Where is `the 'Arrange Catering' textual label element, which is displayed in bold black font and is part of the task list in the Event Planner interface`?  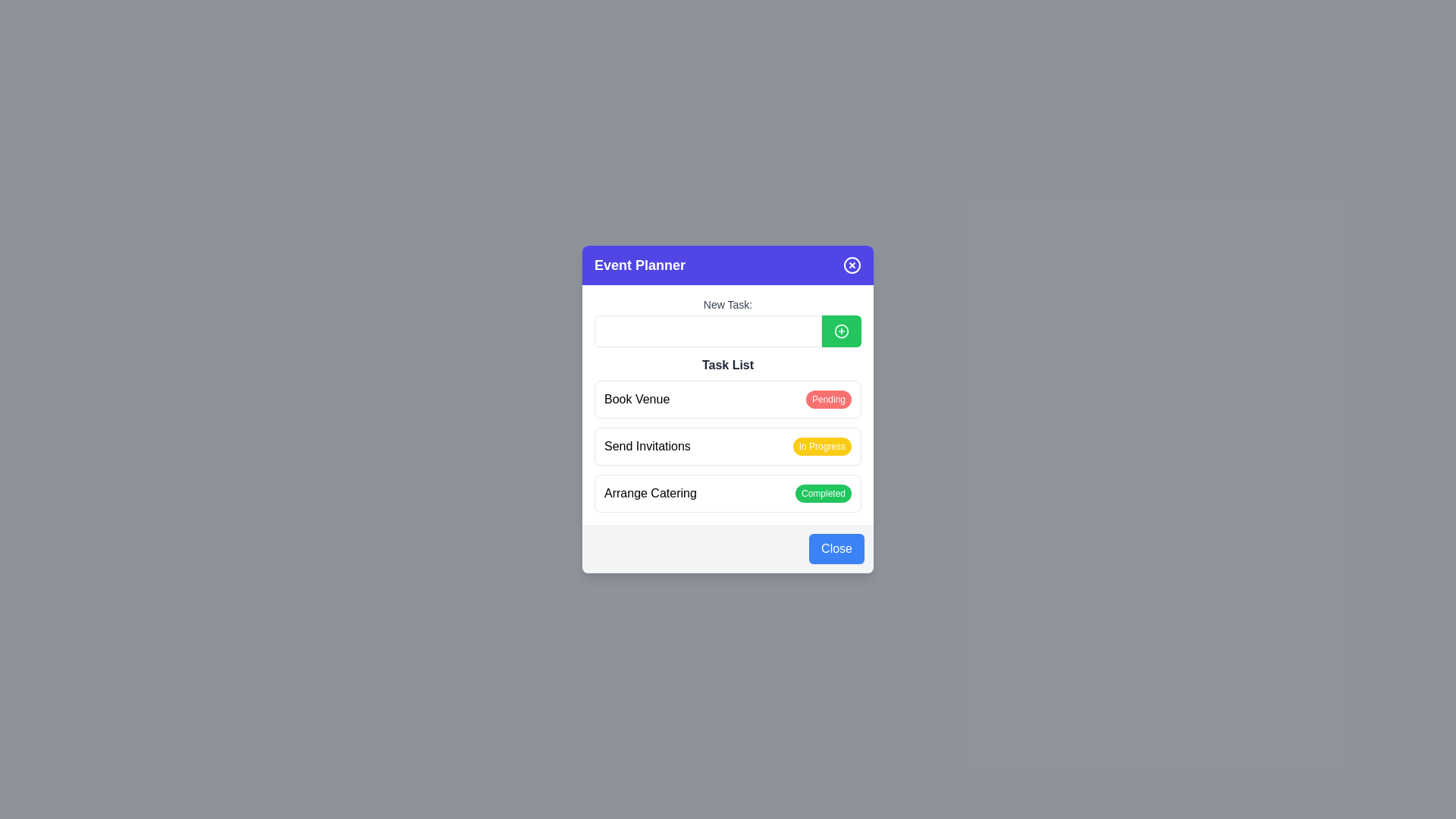
the 'Arrange Catering' textual label element, which is displayed in bold black font and is part of the task list in the Event Planner interface is located at coordinates (650, 494).